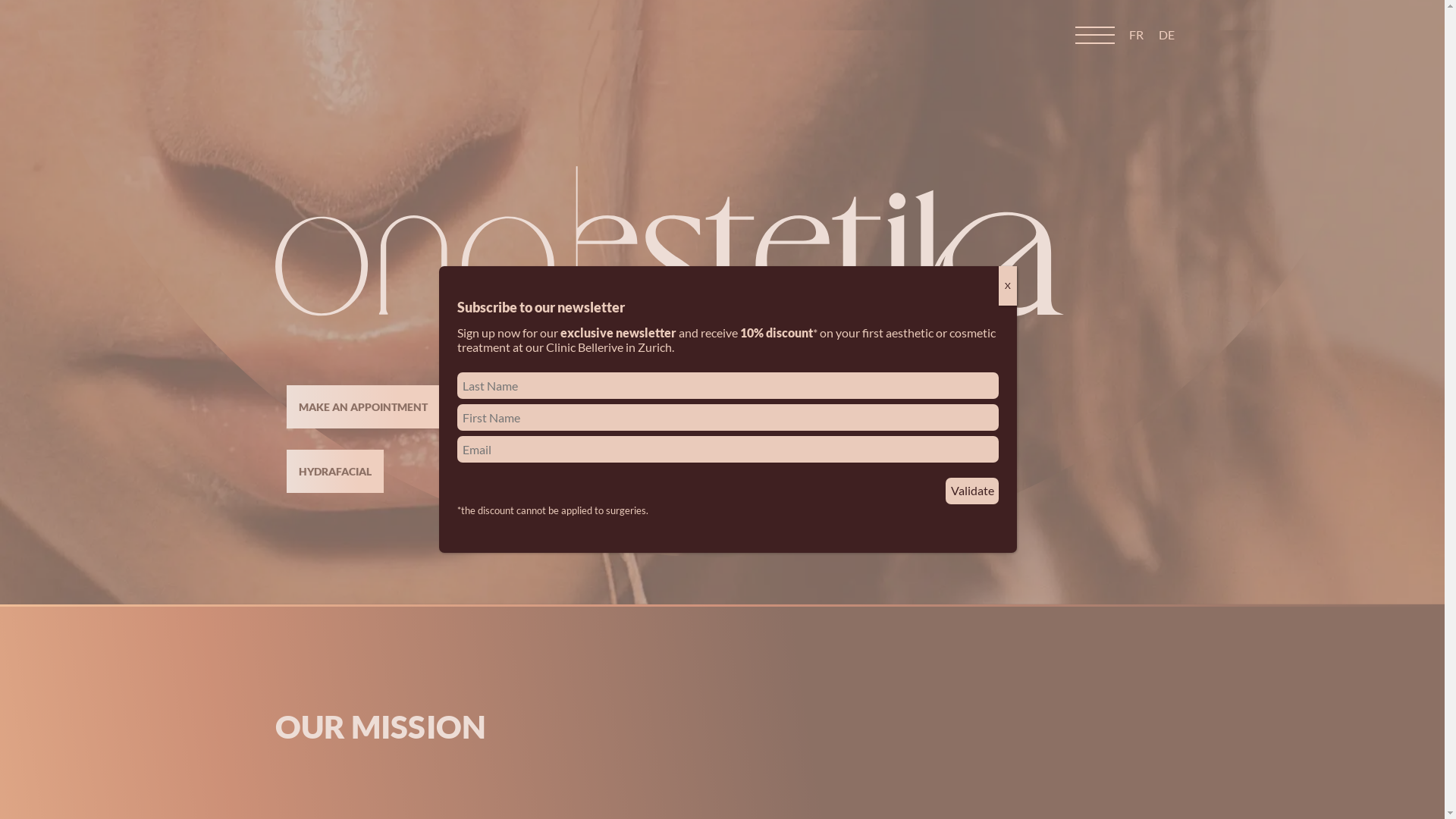 The height and width of the screenshot is (819, 1456). I want to click on 'X', so click(1008, 286).